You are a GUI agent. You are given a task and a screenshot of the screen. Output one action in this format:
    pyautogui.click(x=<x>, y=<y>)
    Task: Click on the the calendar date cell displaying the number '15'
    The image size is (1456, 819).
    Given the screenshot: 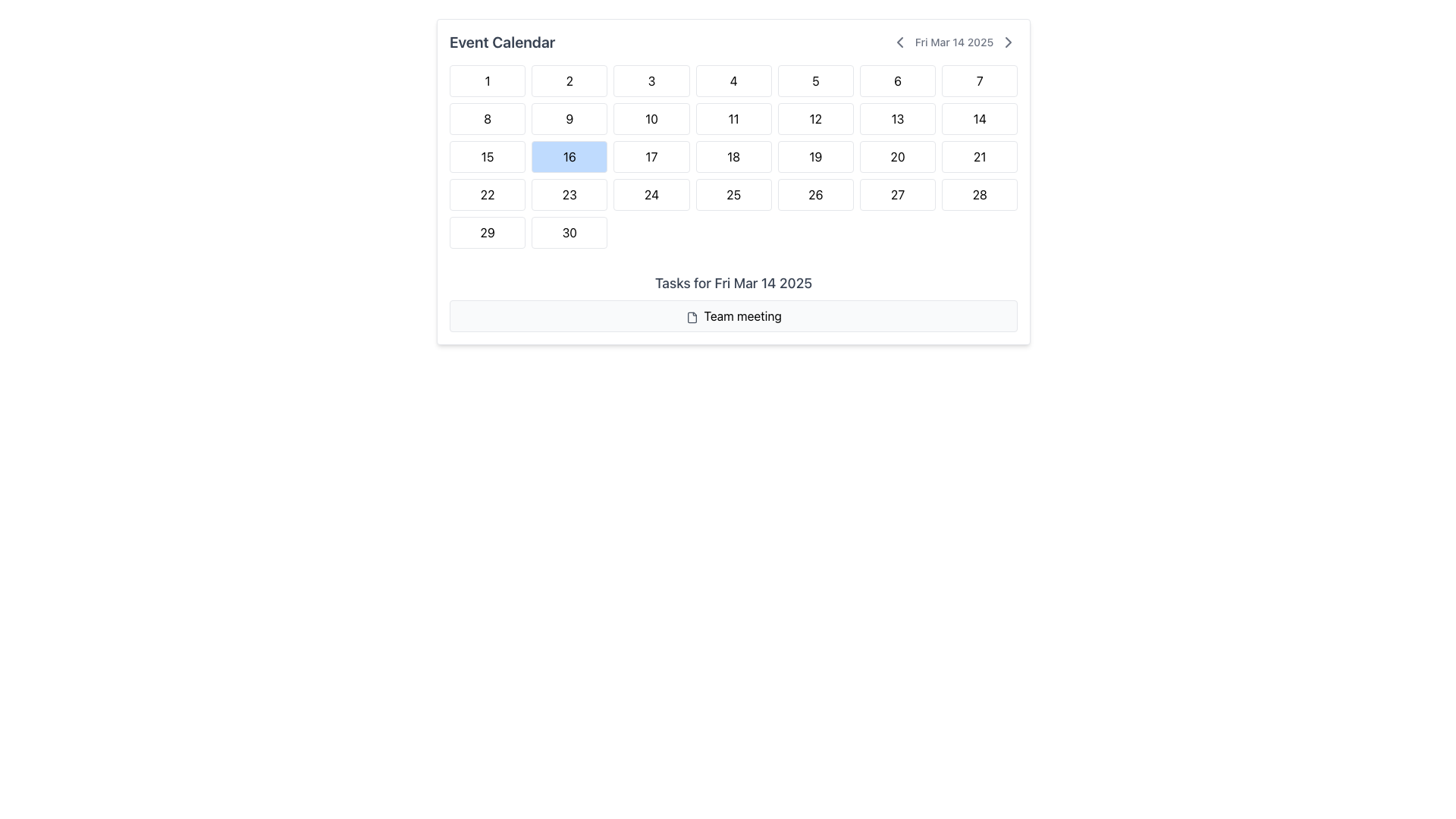 What is the action you would take?
    pyautogui.click(x=488, y=157)
    